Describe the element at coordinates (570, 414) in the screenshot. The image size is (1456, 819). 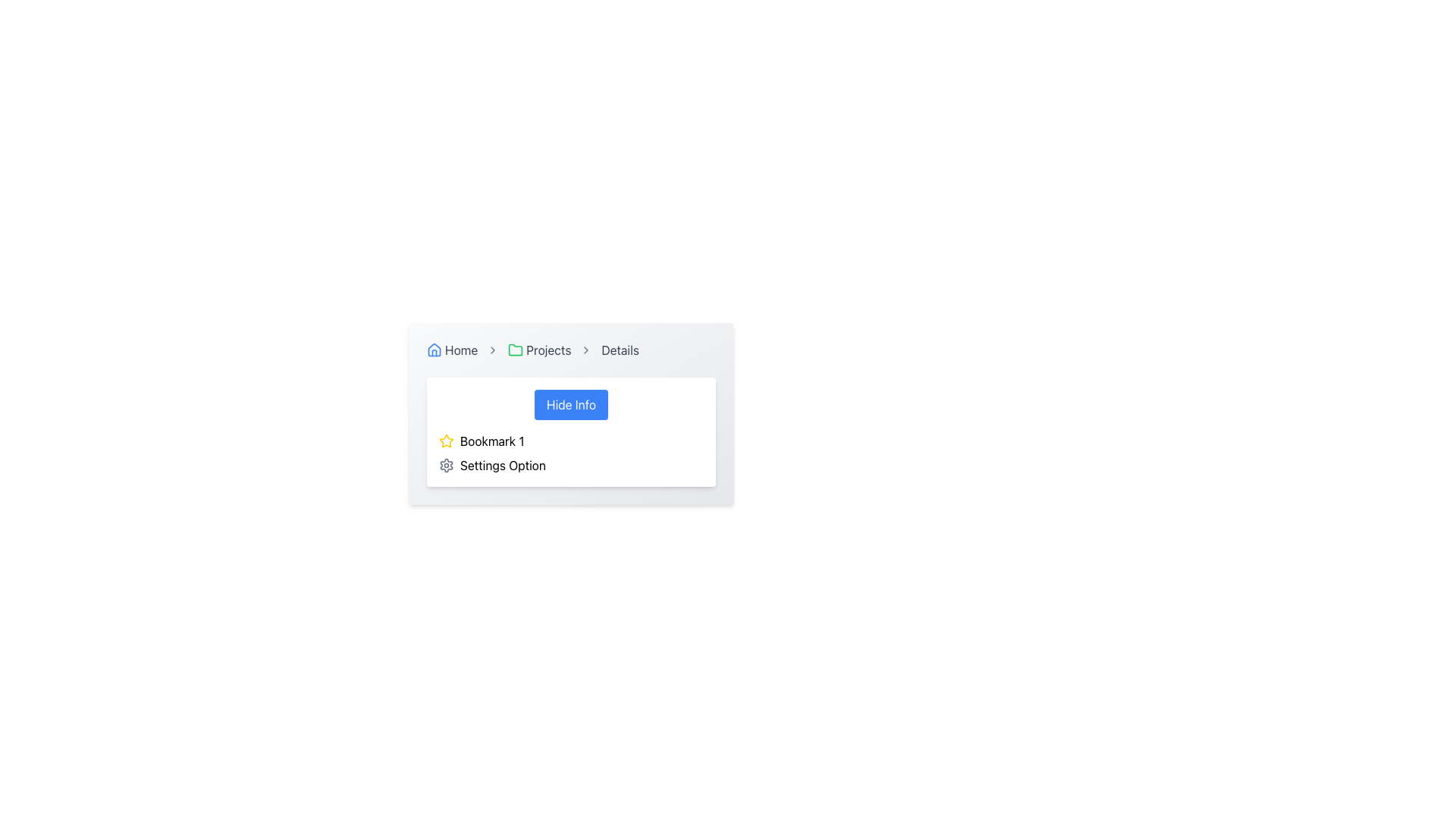
I see `the toggle button below the breadcrumb navigation to show or hide additional information` at that location.